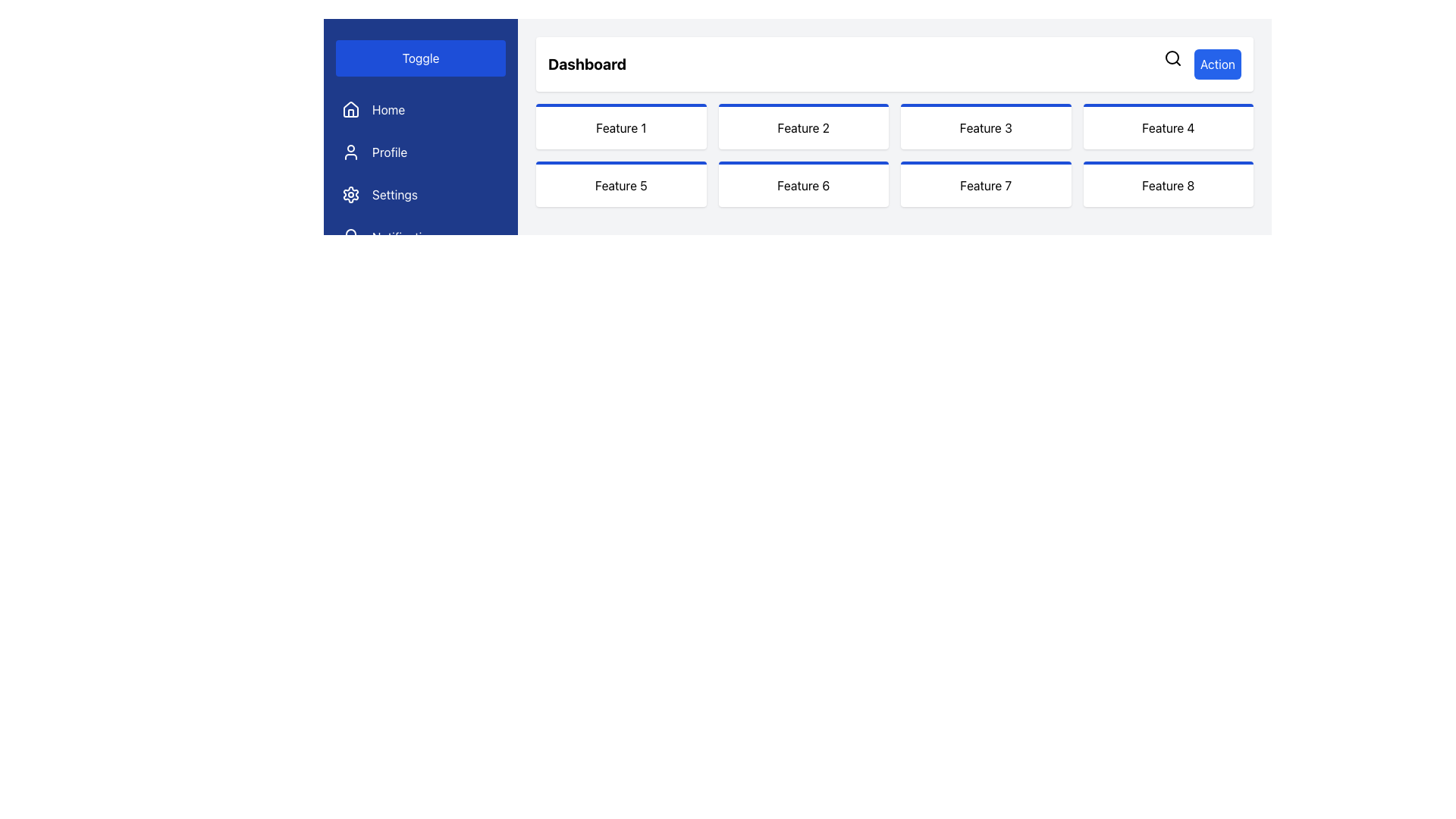  Describe the element at coordinates (986, 125) in the screenshot. I see `the clickable area for the feature labeled 'Feature 3', which is the third item in the first row of the grid layout` at that location.